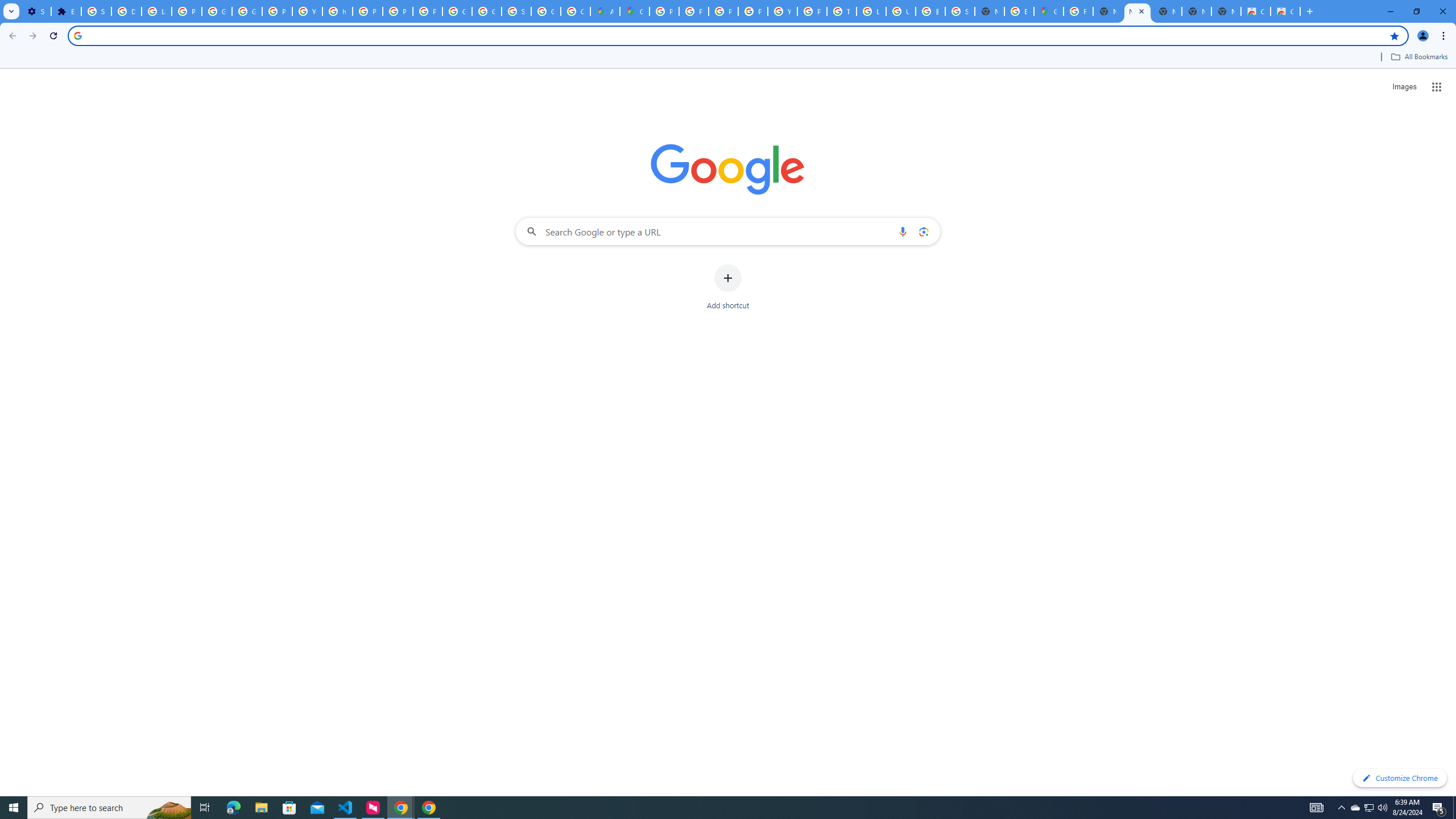  Describe the element at coordinates (735, 35) in the screenshot. I see `'Address and search bar'` at that location.